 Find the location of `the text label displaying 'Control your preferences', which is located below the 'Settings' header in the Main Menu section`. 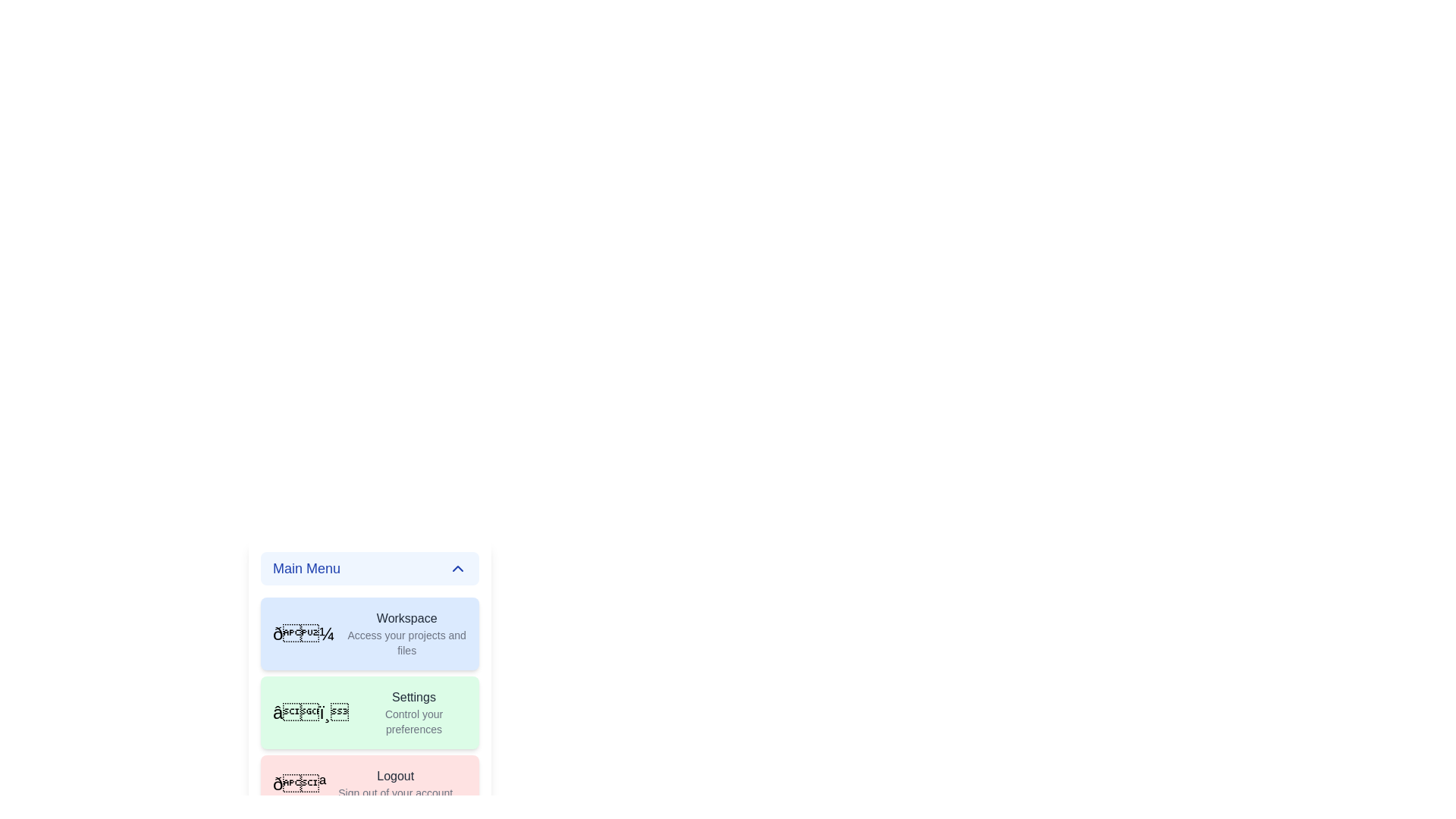

the text label displaying 'Control your preferences', which is located below the 'Settings' header in the Main Menu section is located at coordinates (414, 721).